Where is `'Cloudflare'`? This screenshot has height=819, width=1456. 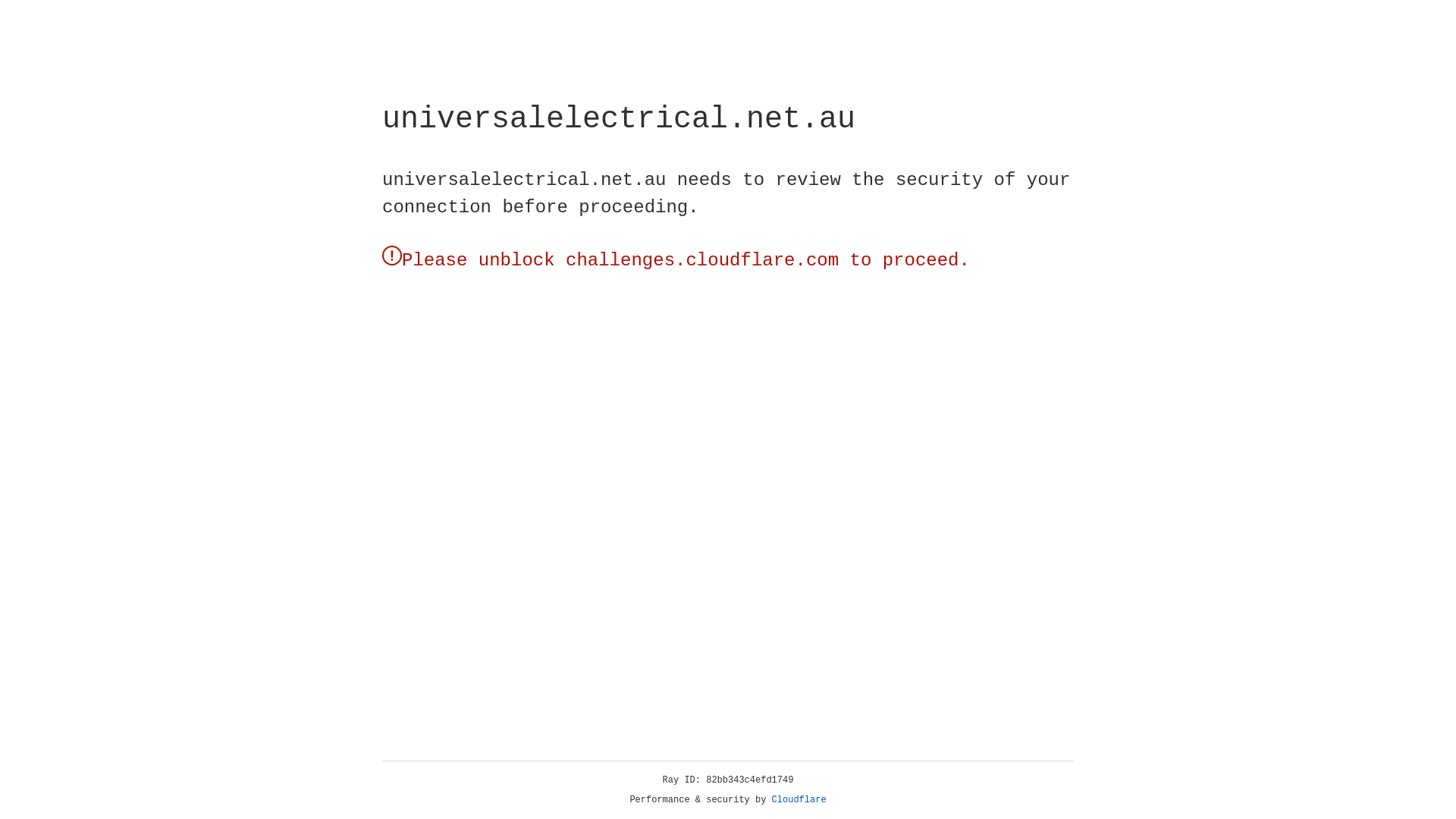
'Cloudflare' is located at coordinates (799, 799).